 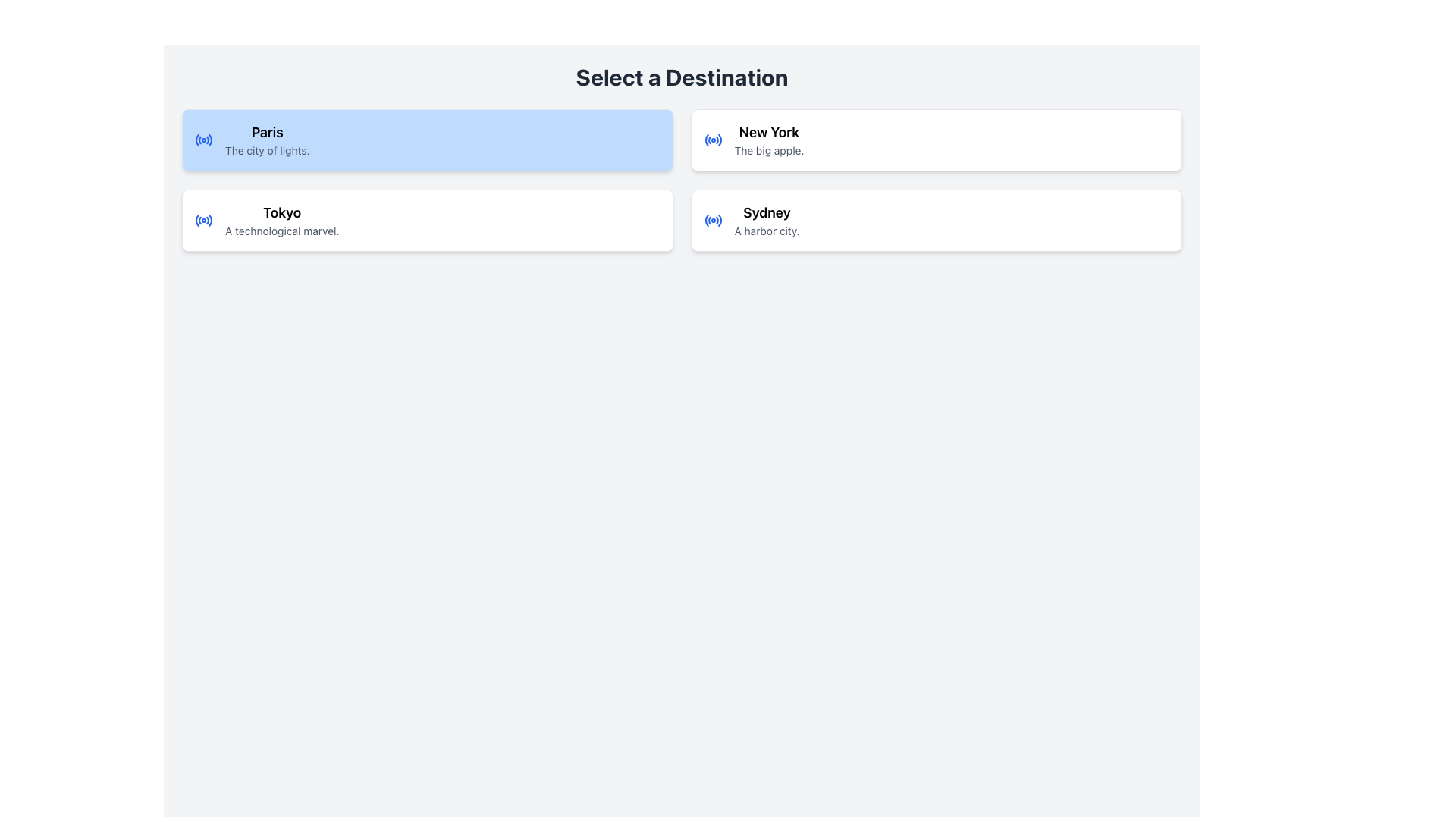 What do you see at coordinates (267, 131) in the screenshot?
I see `the 'Paris' text label which serves as the title for the selectable option in the left column of city options` at bounding box center [267, 131].